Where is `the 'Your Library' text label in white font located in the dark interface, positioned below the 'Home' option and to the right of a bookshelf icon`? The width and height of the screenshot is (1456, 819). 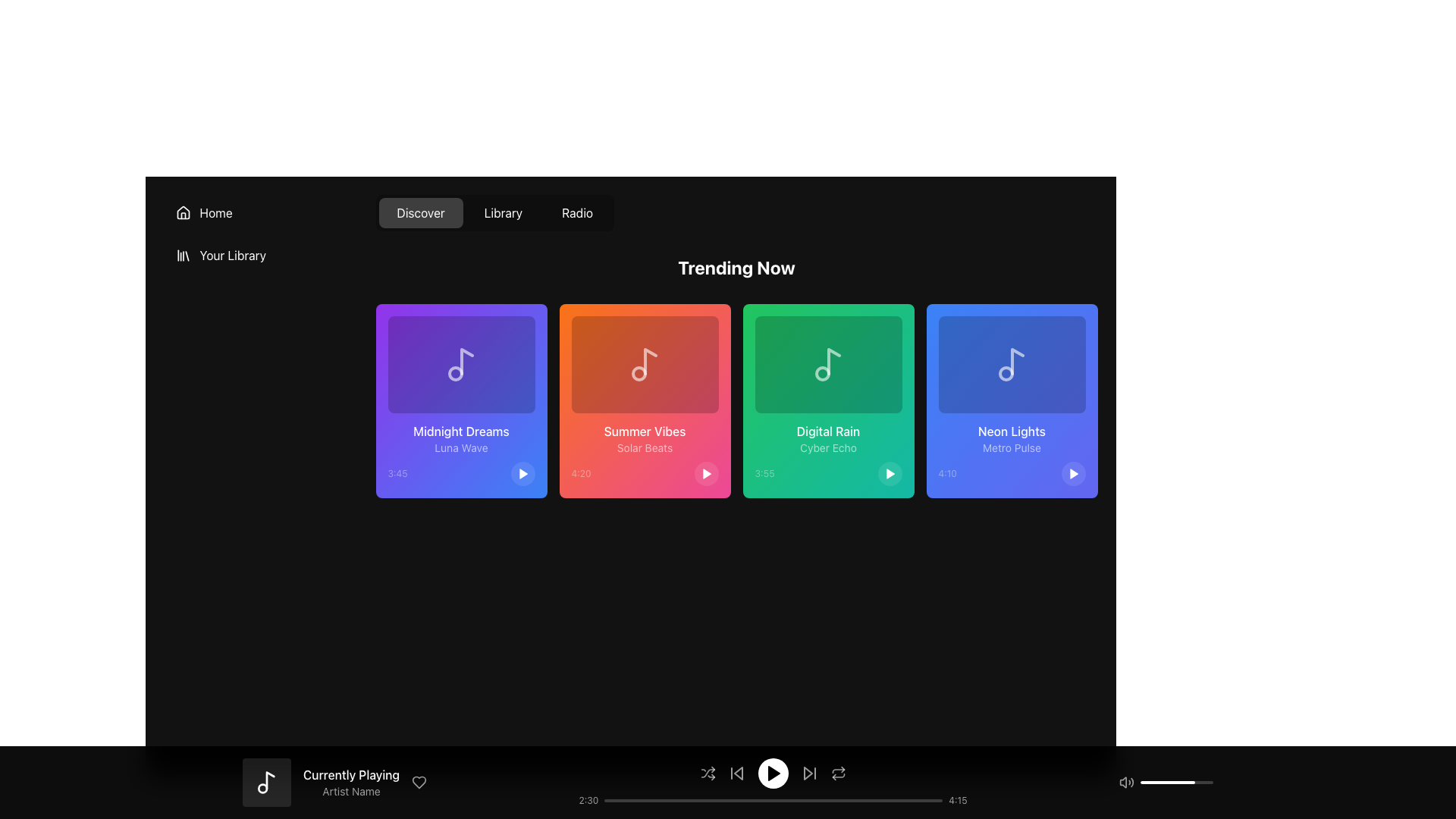 the 'Your Library' text label in white font located in the dark interface, positioned below the 'Home' option and to the right of a bookshelf icon is located at coordinates (232, 254).